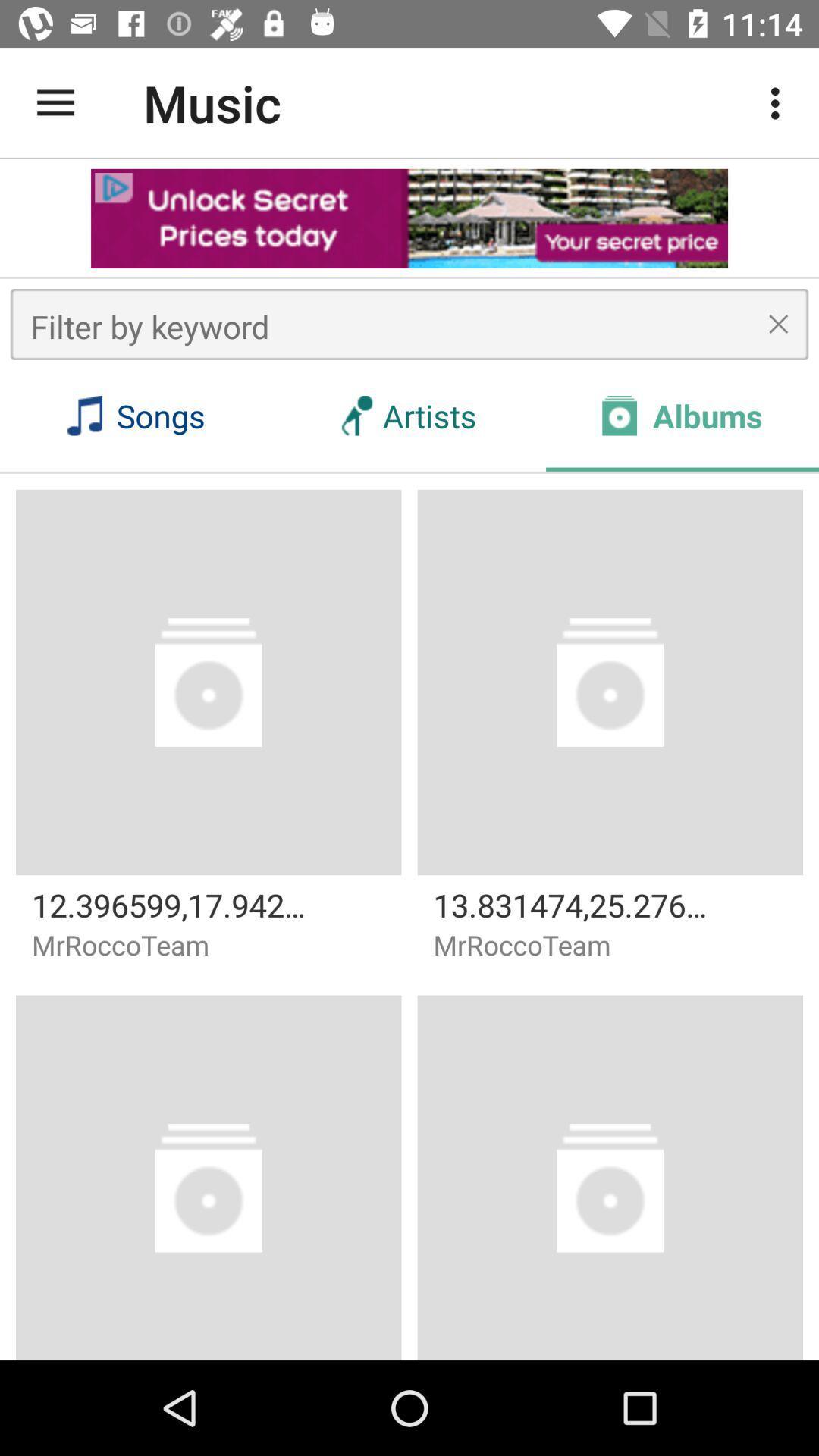 This screenshot has width=819, height=1456. Describe the element at coordinates (778, 323) in the screenshot. I see `the cross mark symbol right to the text filter by keyword` at that location.